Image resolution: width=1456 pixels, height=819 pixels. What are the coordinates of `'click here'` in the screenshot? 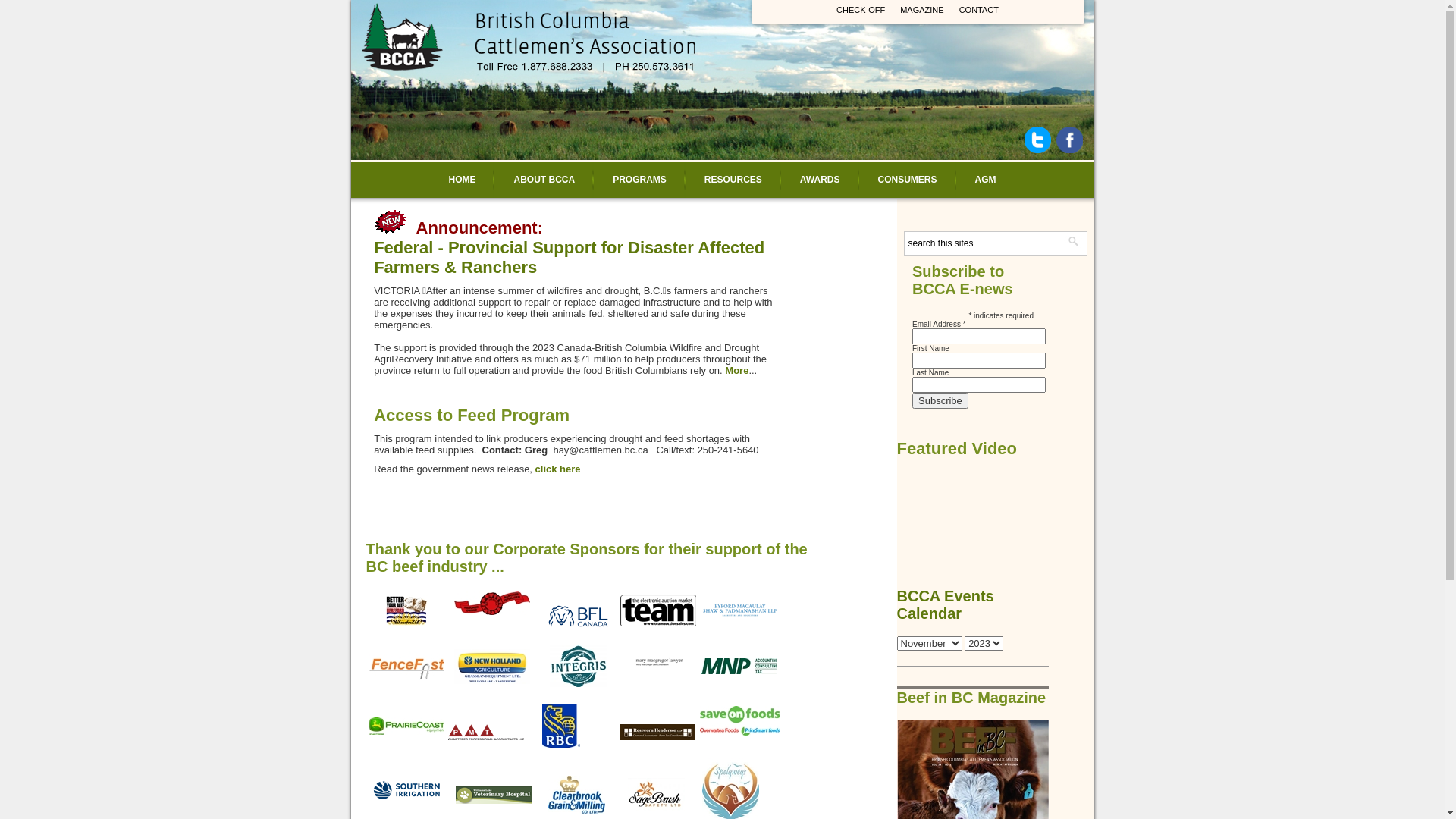 It's located at (557, 468).